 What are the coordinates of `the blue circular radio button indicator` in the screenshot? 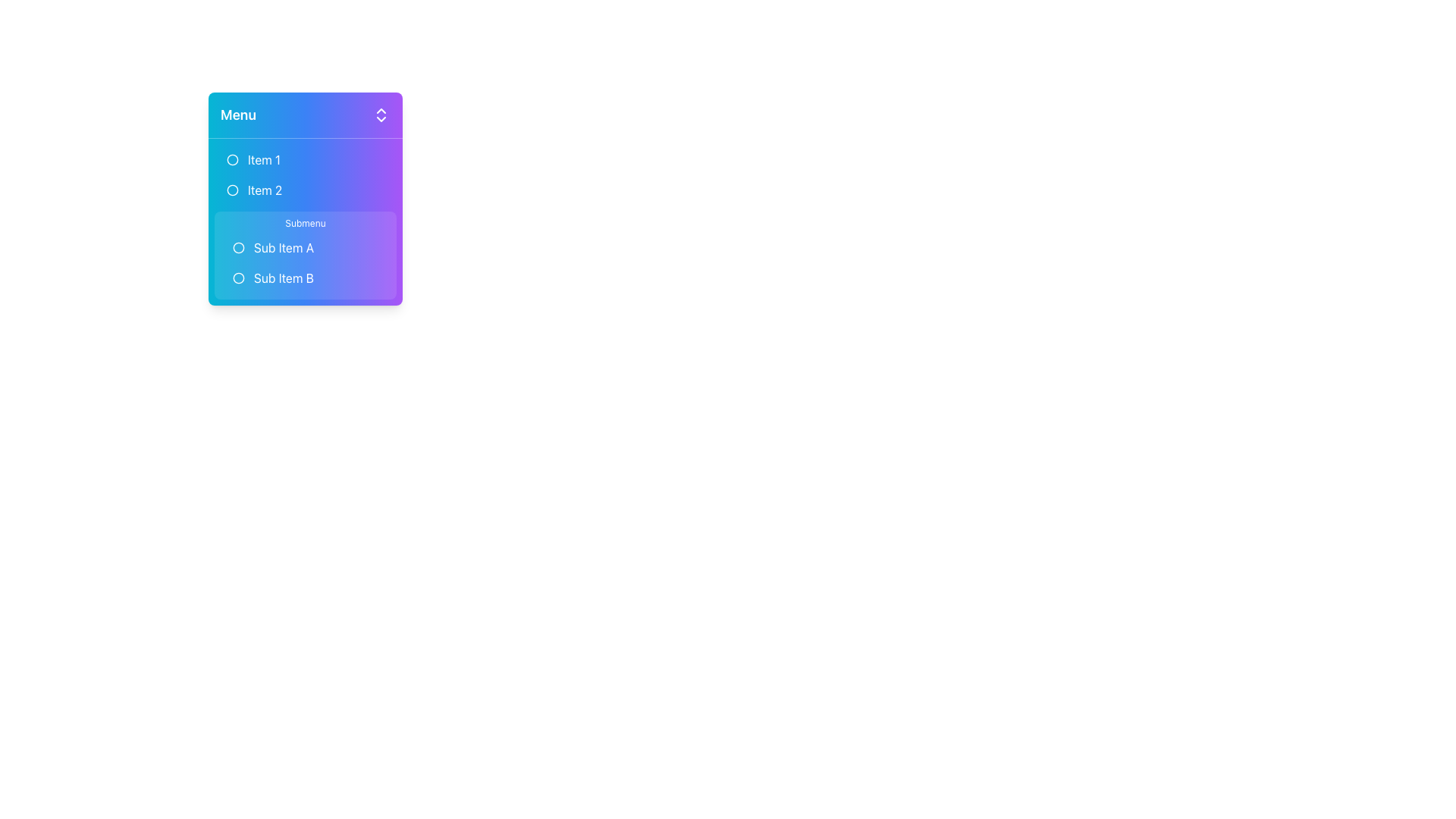 It's located at (238, 278).